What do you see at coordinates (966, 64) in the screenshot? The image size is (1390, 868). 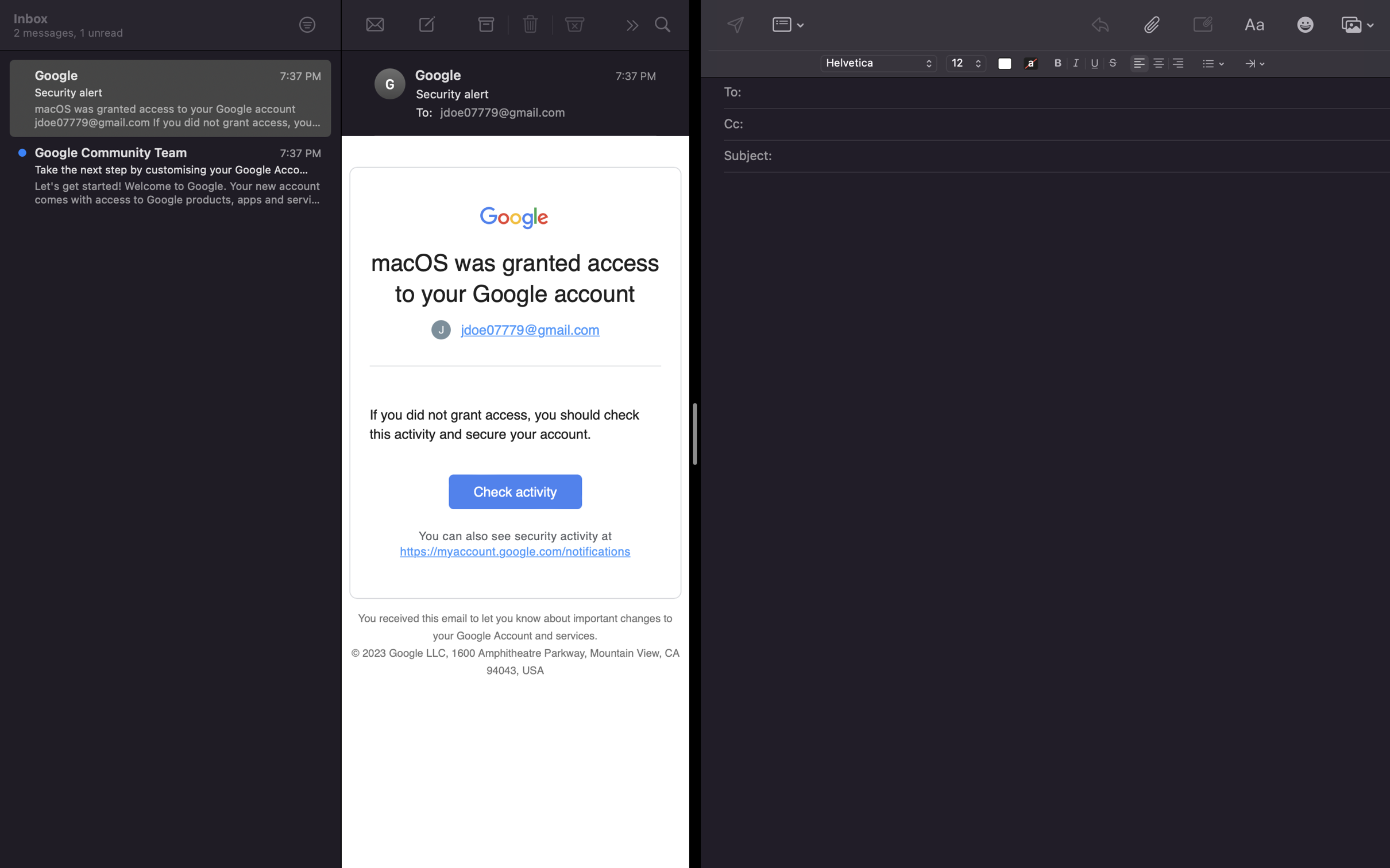 I see `the text size to 12` at bounding box center [966, 64].